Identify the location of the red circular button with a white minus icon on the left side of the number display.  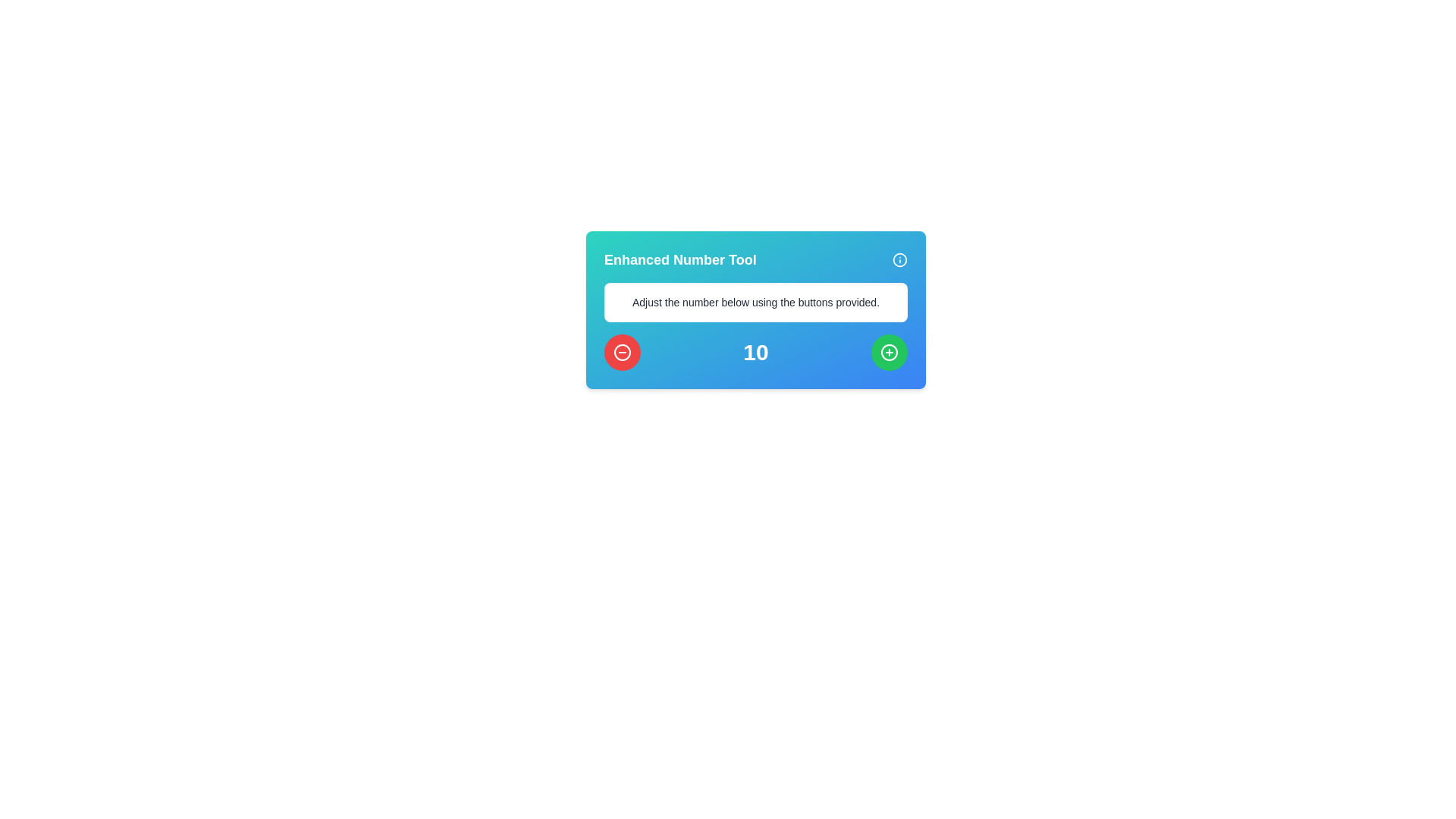
(622, 353).